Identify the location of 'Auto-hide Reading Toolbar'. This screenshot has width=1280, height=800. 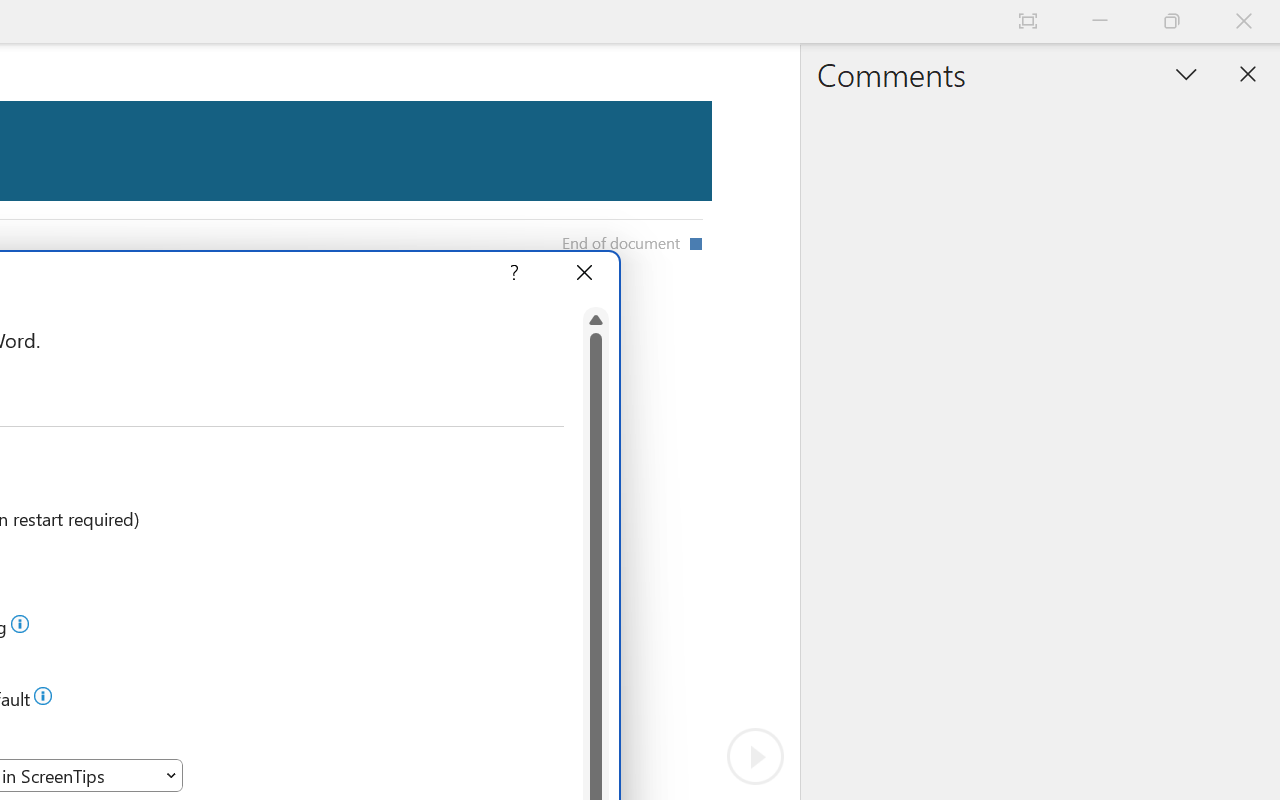
(1027, 21).